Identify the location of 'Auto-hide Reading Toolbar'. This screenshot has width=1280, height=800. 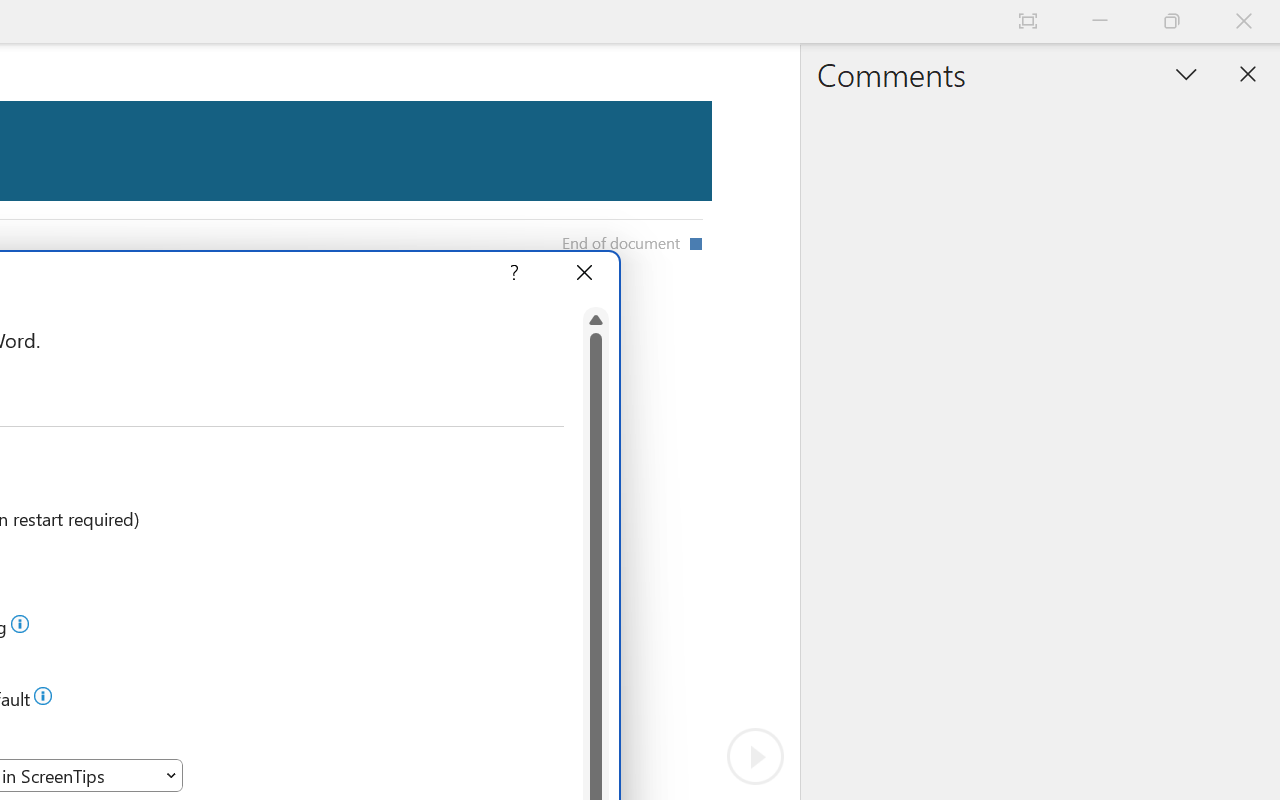
(1027, 21).